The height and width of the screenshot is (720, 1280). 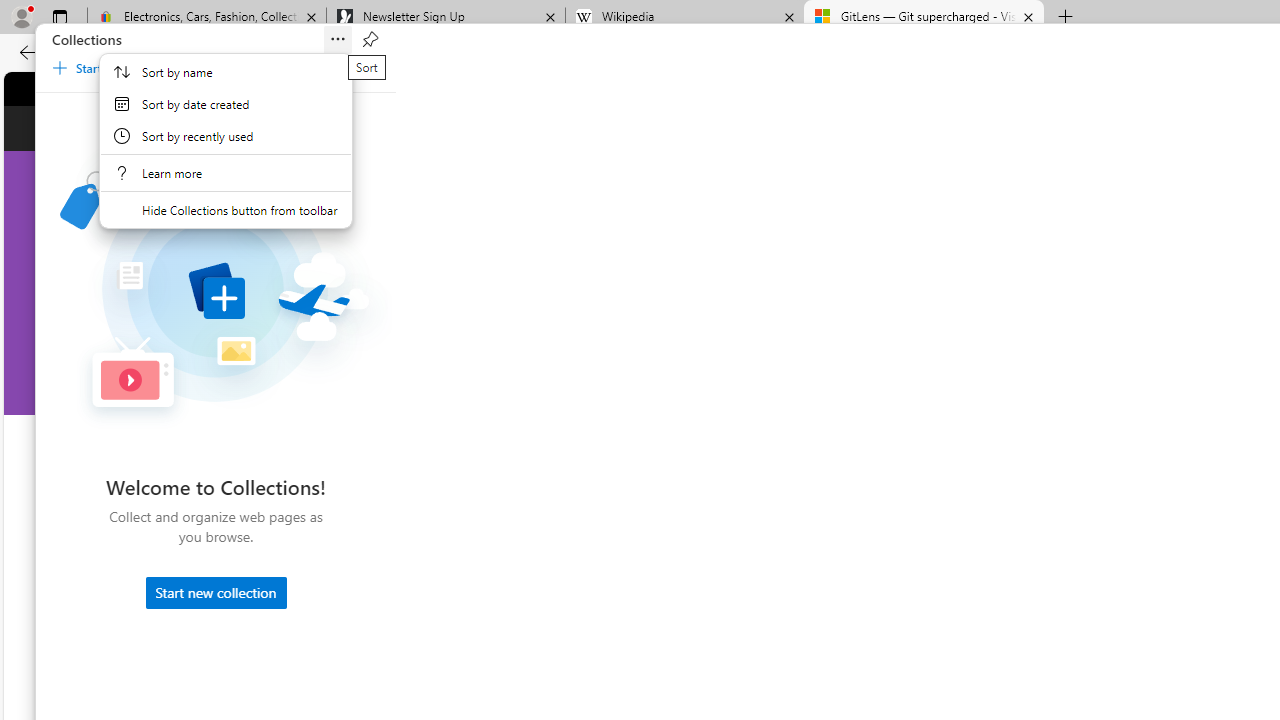 What do you see at coordinates (225, 171) in the screenshot?
I see `'Learn More About Collections'` at bounding box center [225, 171].